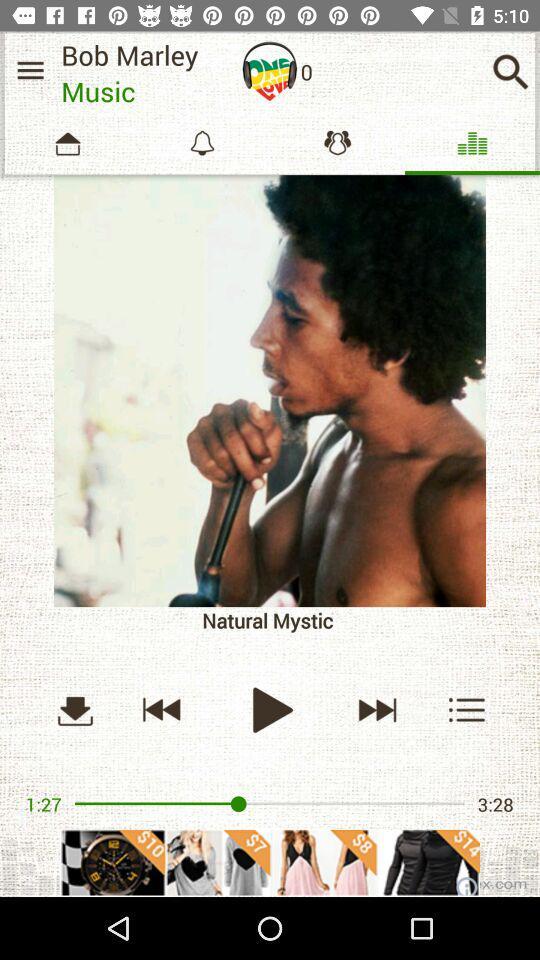 This screenshot has width=540, height=960. I want to click on headphone button, so click(270, 71).